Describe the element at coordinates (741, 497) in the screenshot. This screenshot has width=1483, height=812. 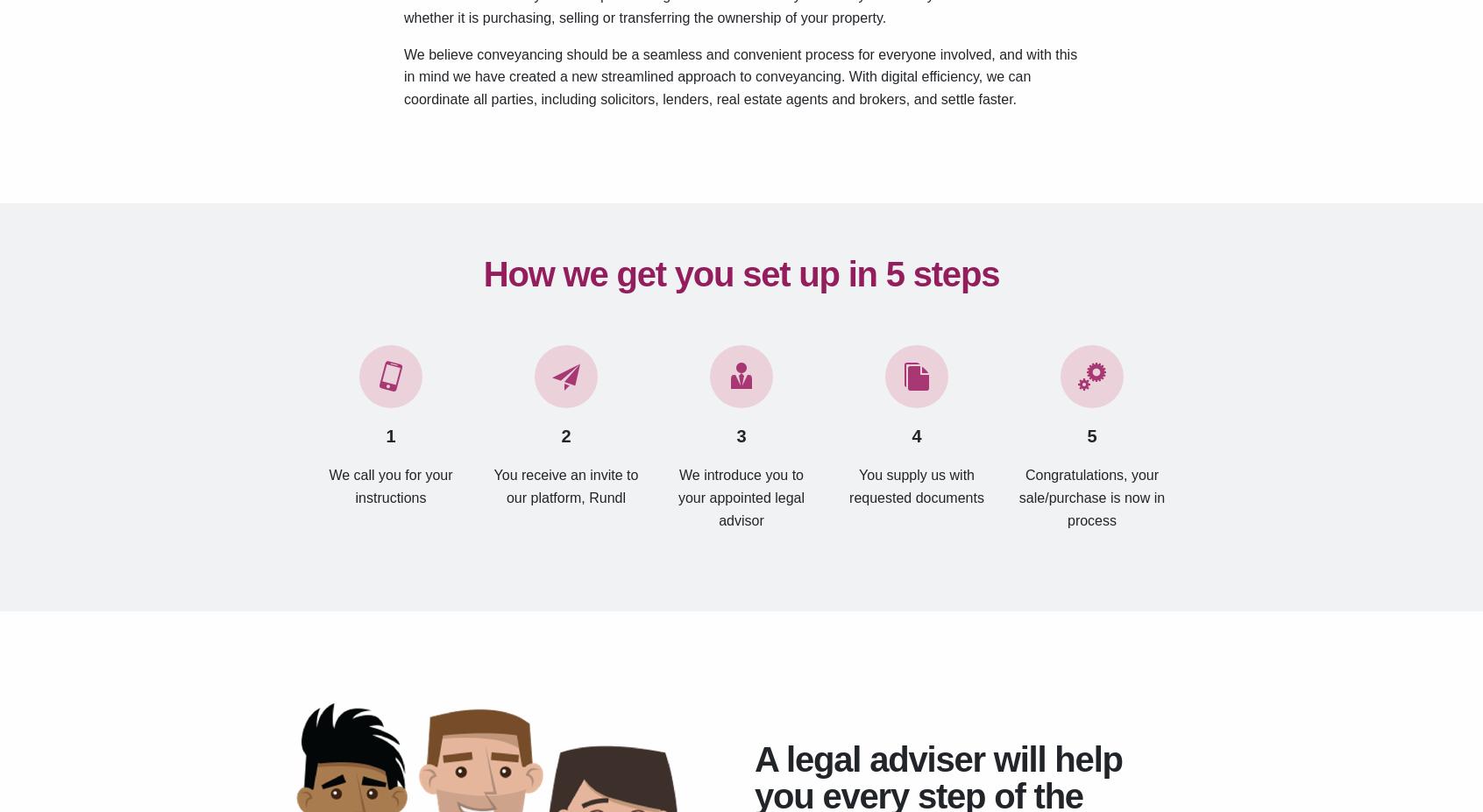
I see `'We introduce you to your appointed legal advisor'` at that location.